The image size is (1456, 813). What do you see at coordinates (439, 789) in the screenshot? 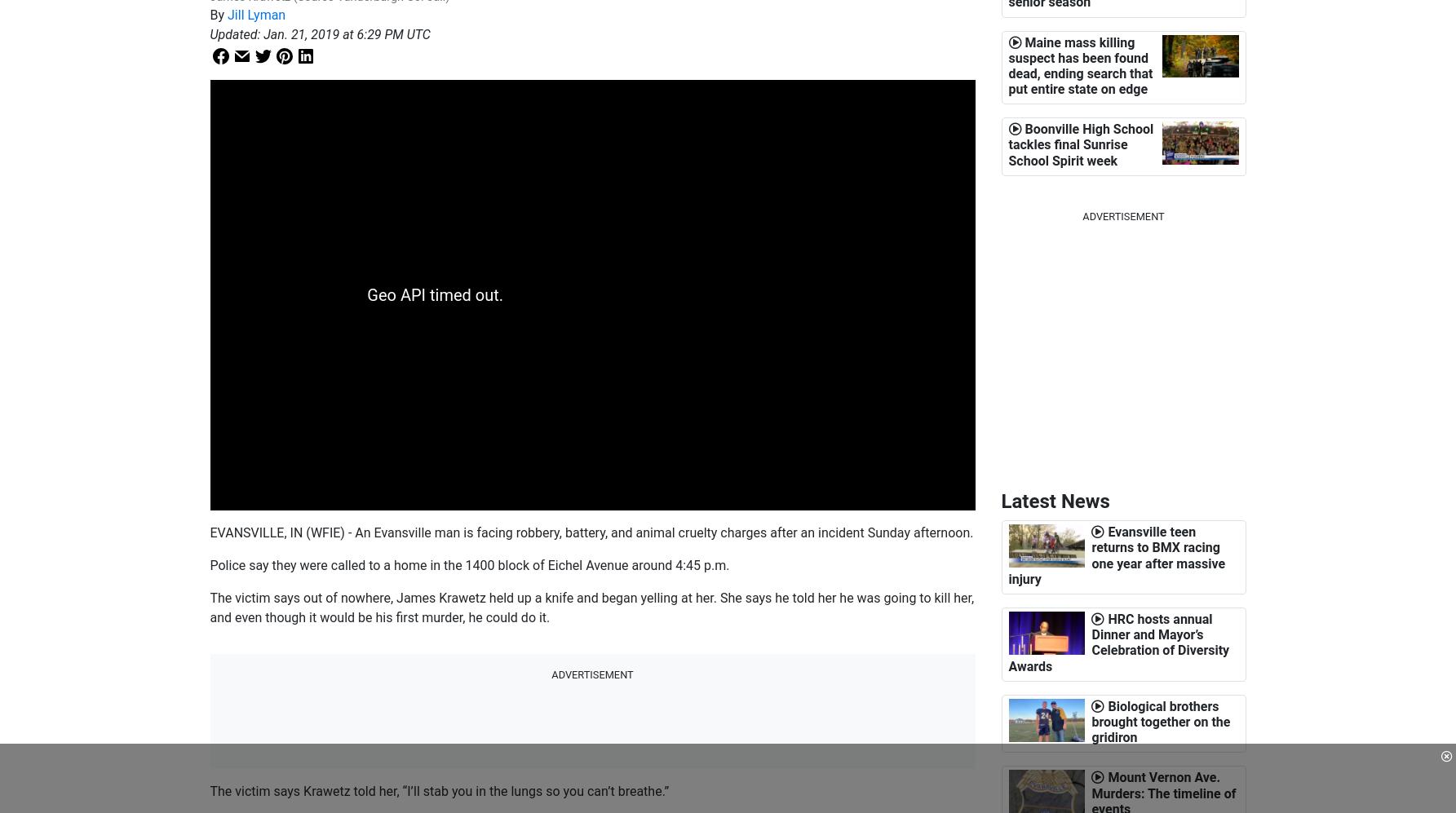
I see `'The victim says Krawetz told her, “I’ll stab you in the lungs so you can’t breathe.”'` at bounding box center [439, 789].